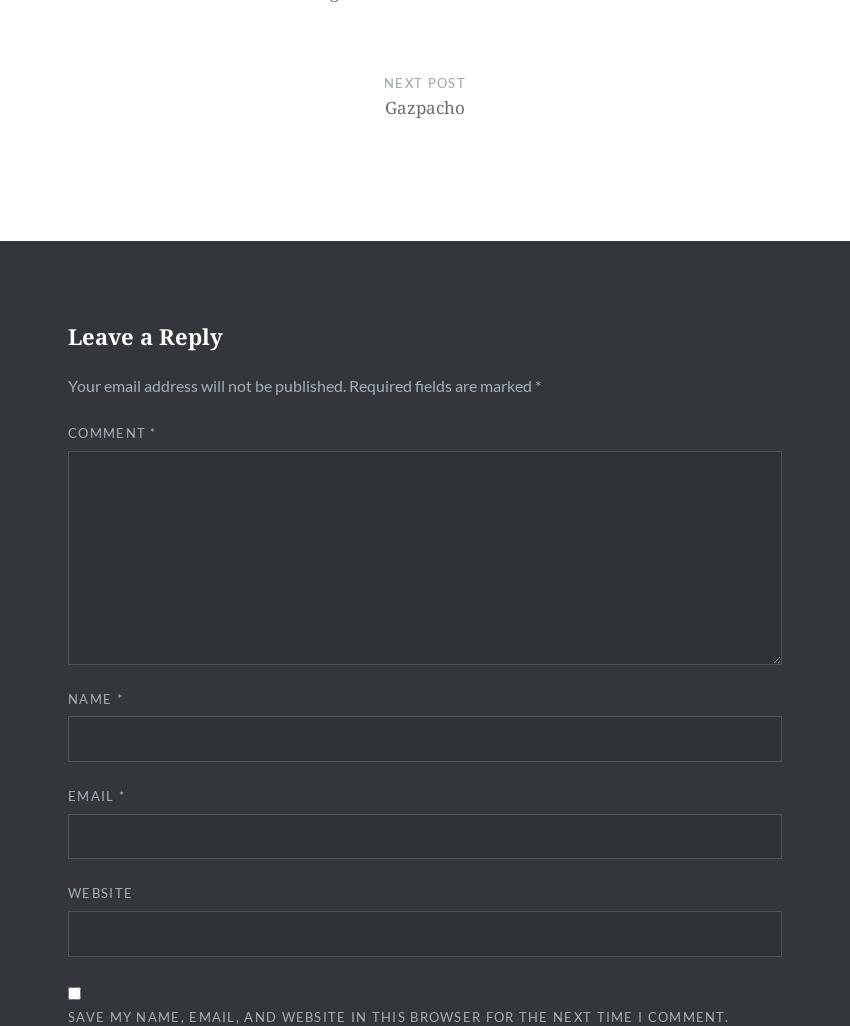 This screenshot has height=1026, width=850. I want to click on 'Name', so click(90, 696).